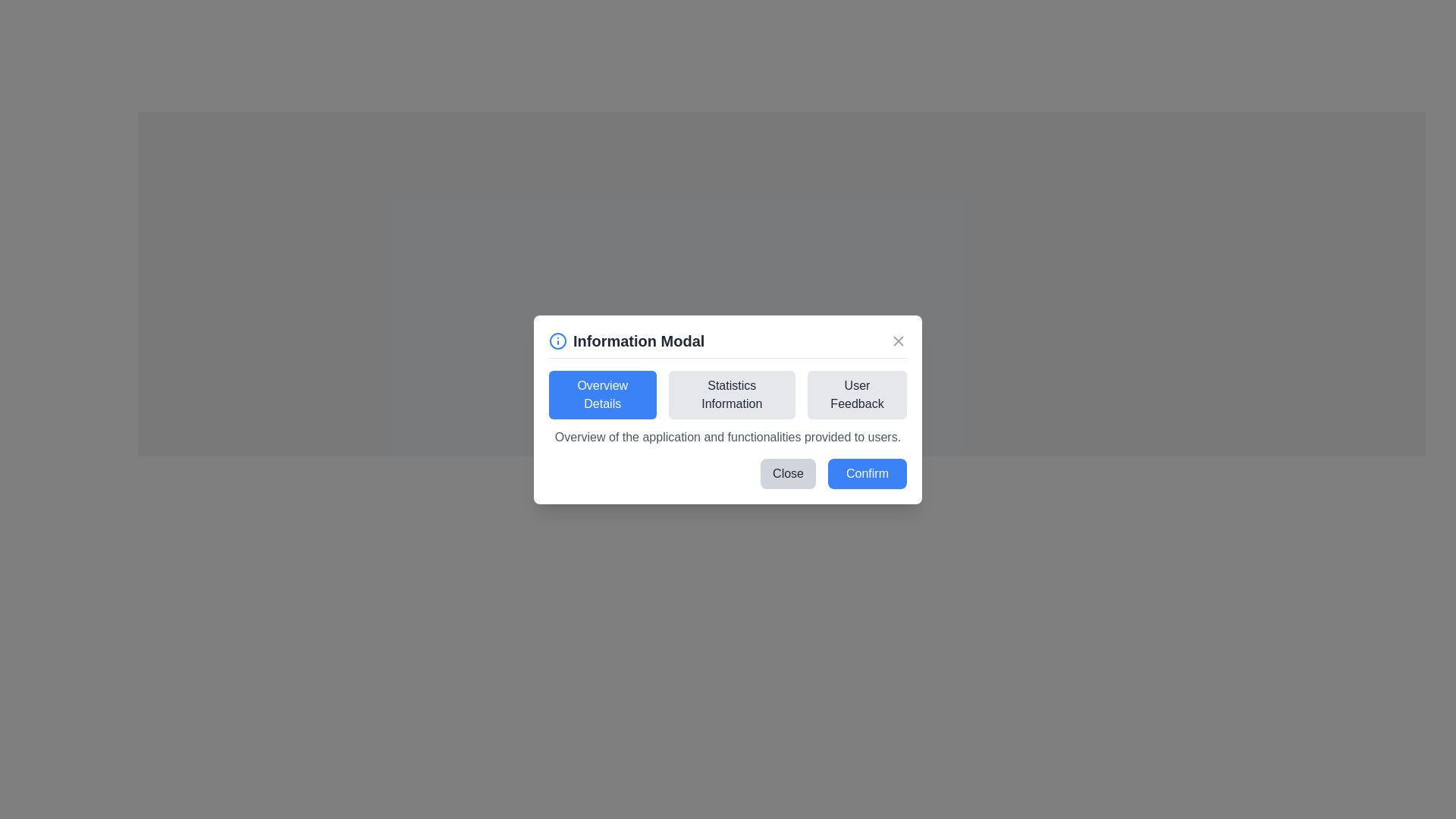  I want to click on the blue circle shape in the SVG graphic, which is the outermost border of the icon located to the left of the 'Information Modal' title in the modal header, so click(557, 340).